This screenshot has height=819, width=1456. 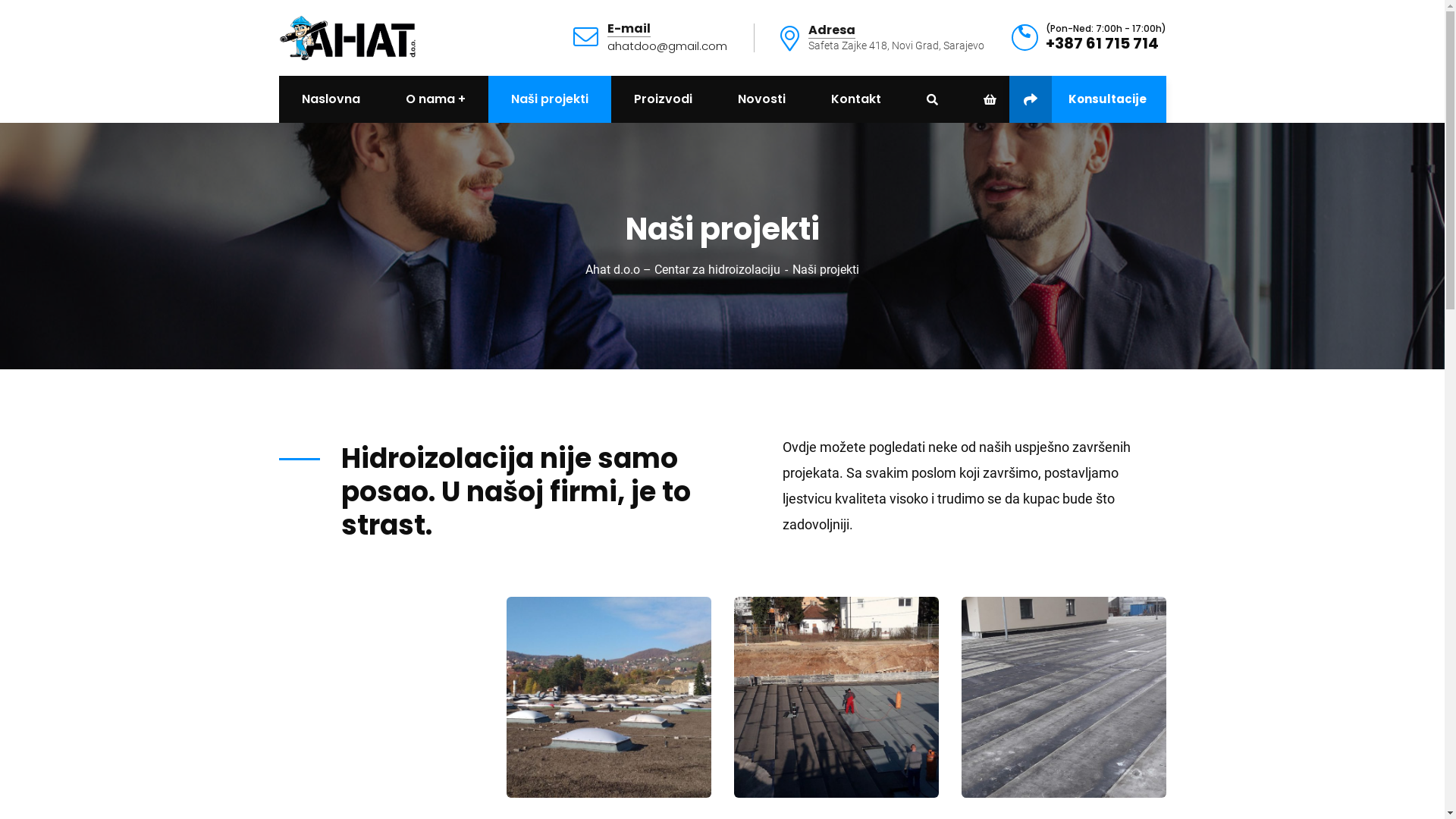 What do you see at coordinates (347, 36) in the screenshot?
I see `'AHAT D.O.O'` at bounding box center [347, 36].